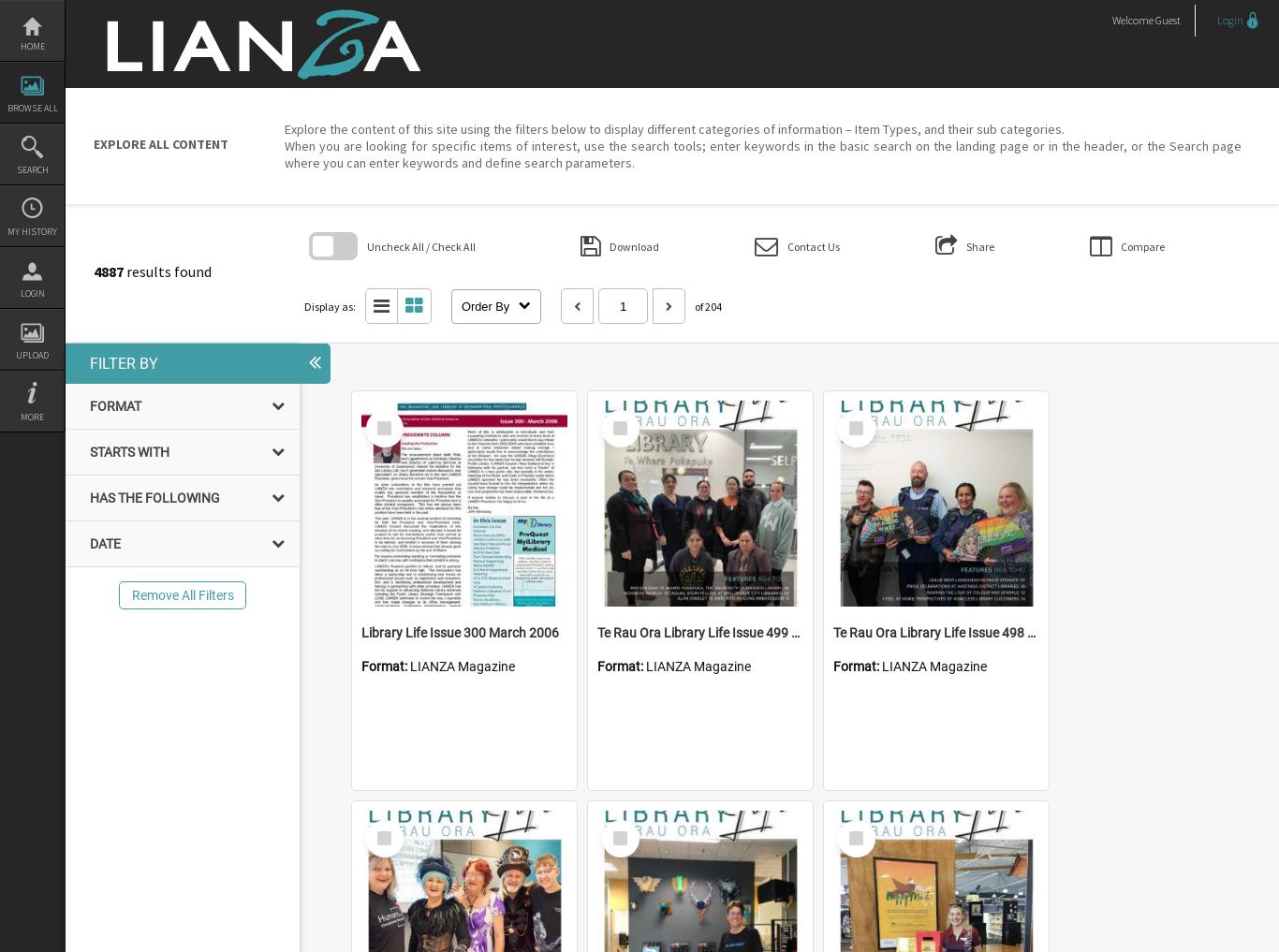 Image resolution: width=1279 pixels, height=952 pixels. I want to click on 'Te Rau Ora Library Life Issue 499 October 2023', so click(733, 632).